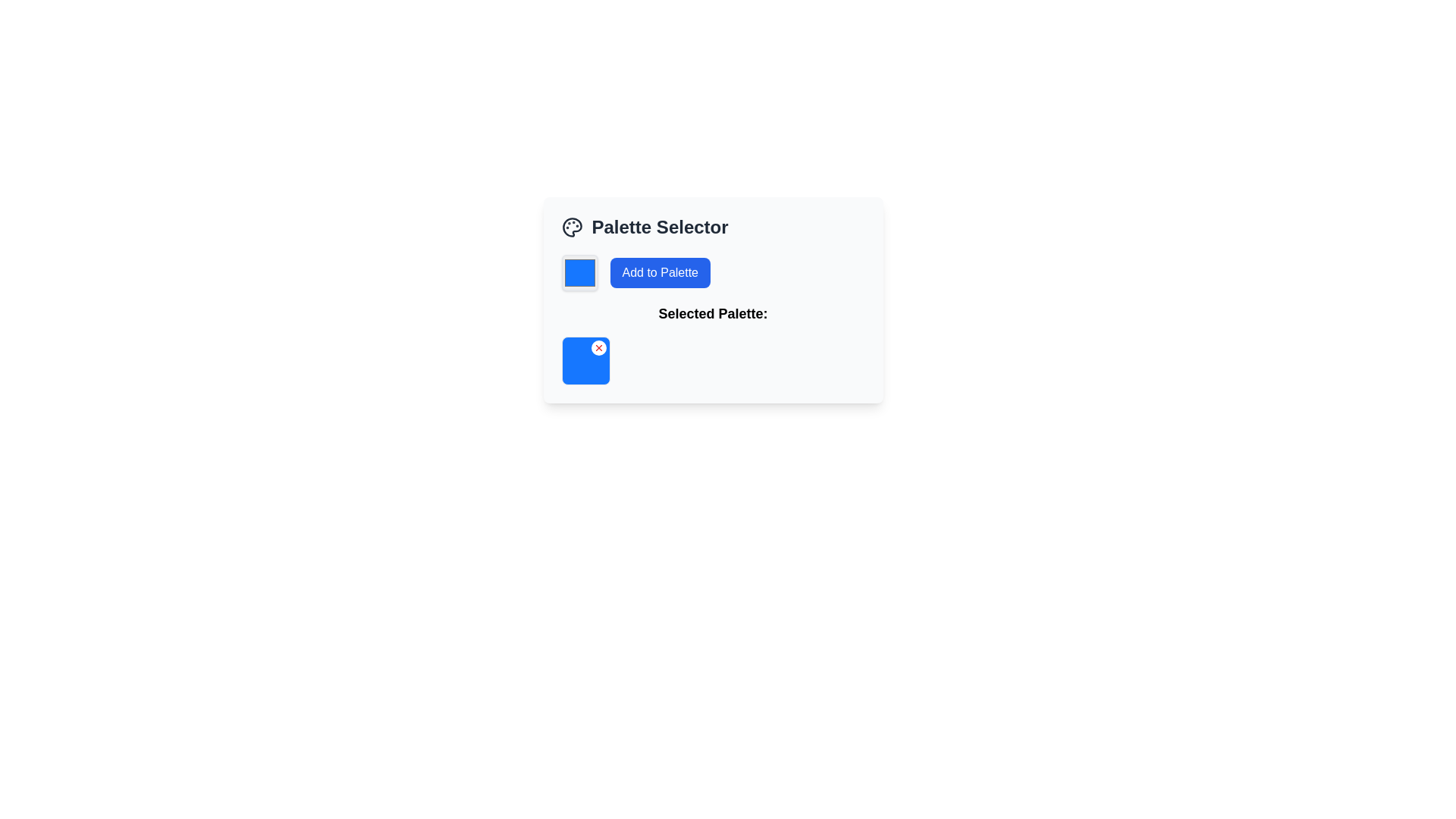 The image size is (1456, 819). What do you see at coordinates (598, 348) in the screenshot?
I see `the remove icon located at the top-right corner of the blue square in the 'Selected Palette' area` at bounding box center [598, 348].